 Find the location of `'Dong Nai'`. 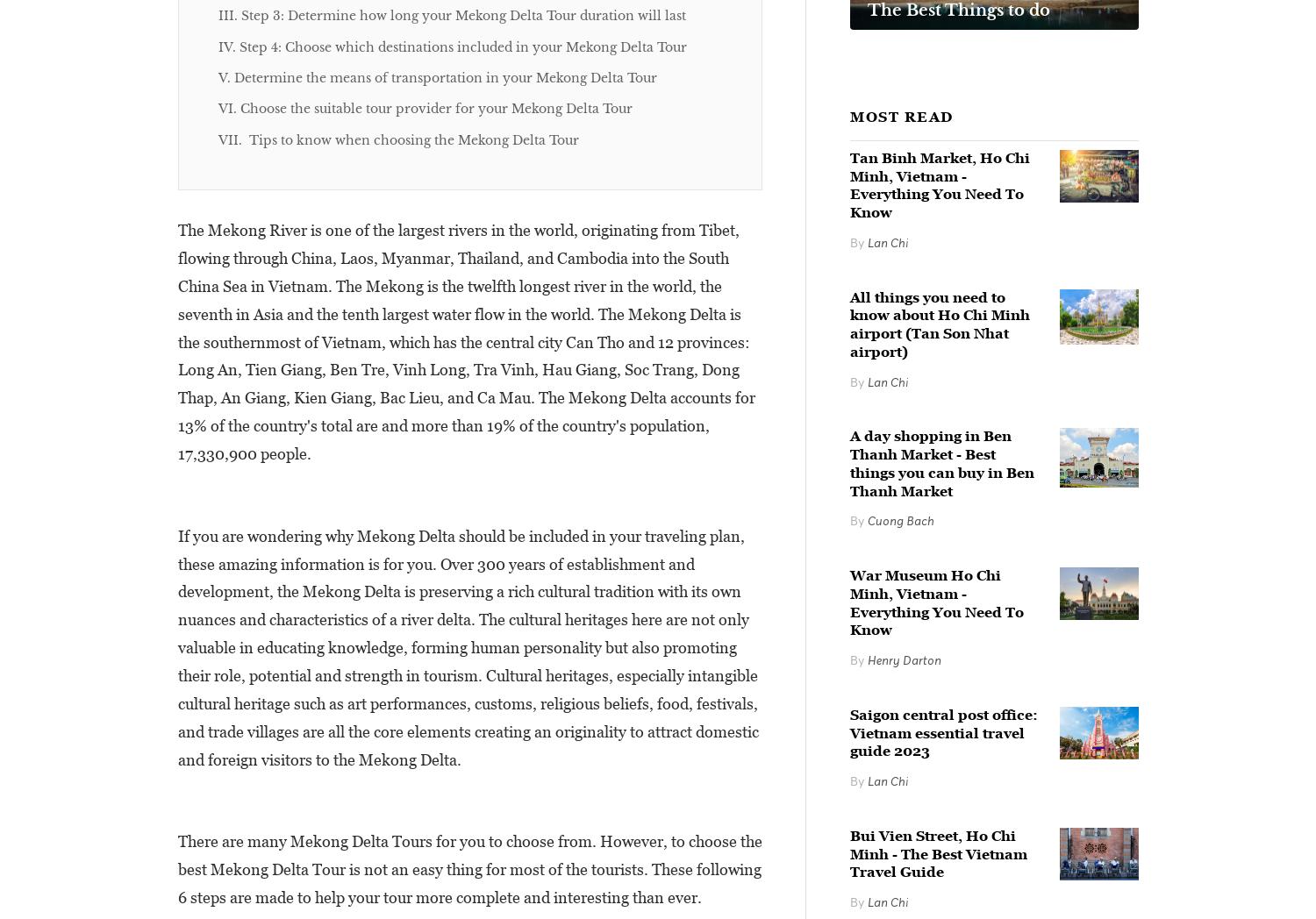

'Dong Nai' is located at coordinates (532, 265).